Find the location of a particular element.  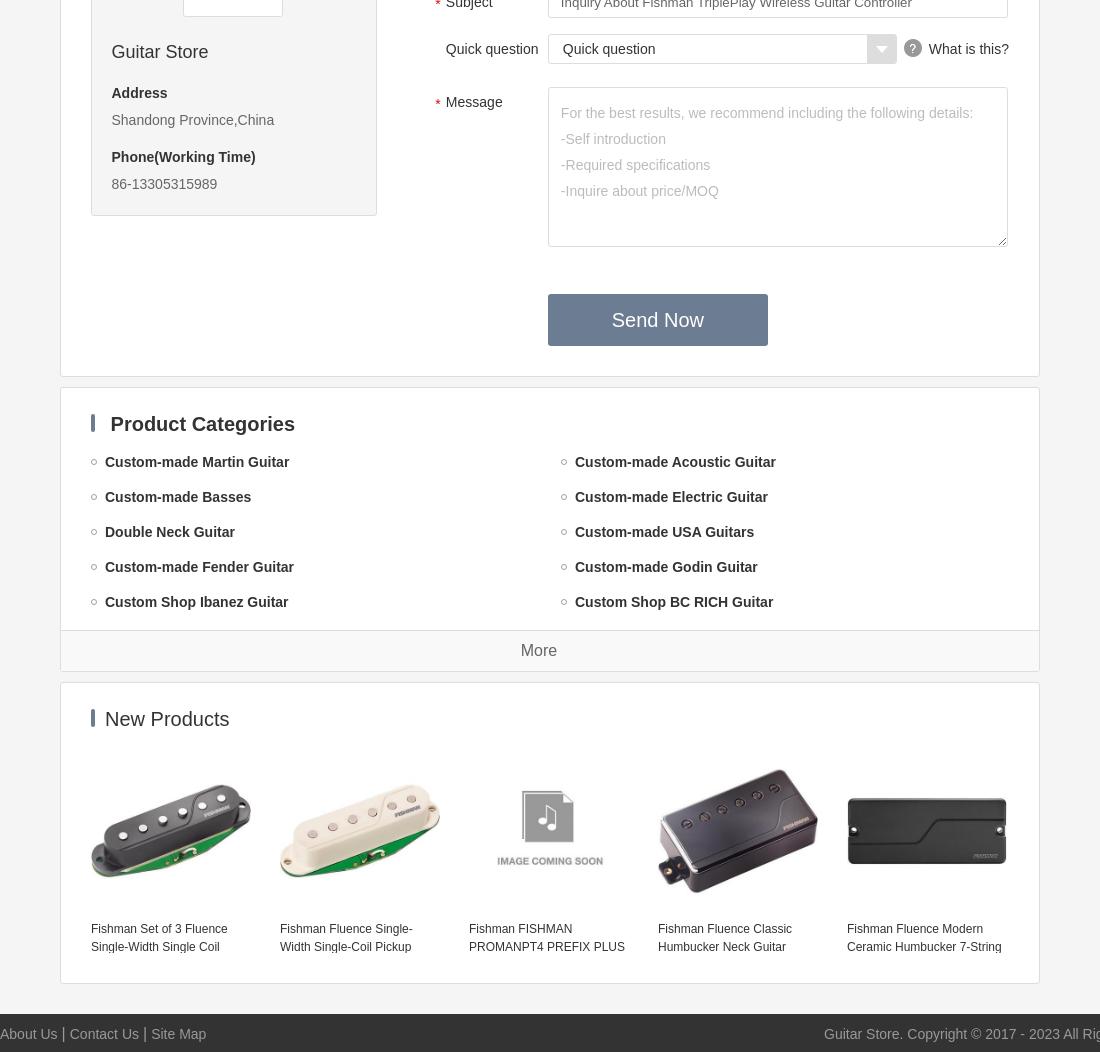

'Fishman Fluence Single-Width Single-Coil Pickup White' is located at coordinates (278, 946).